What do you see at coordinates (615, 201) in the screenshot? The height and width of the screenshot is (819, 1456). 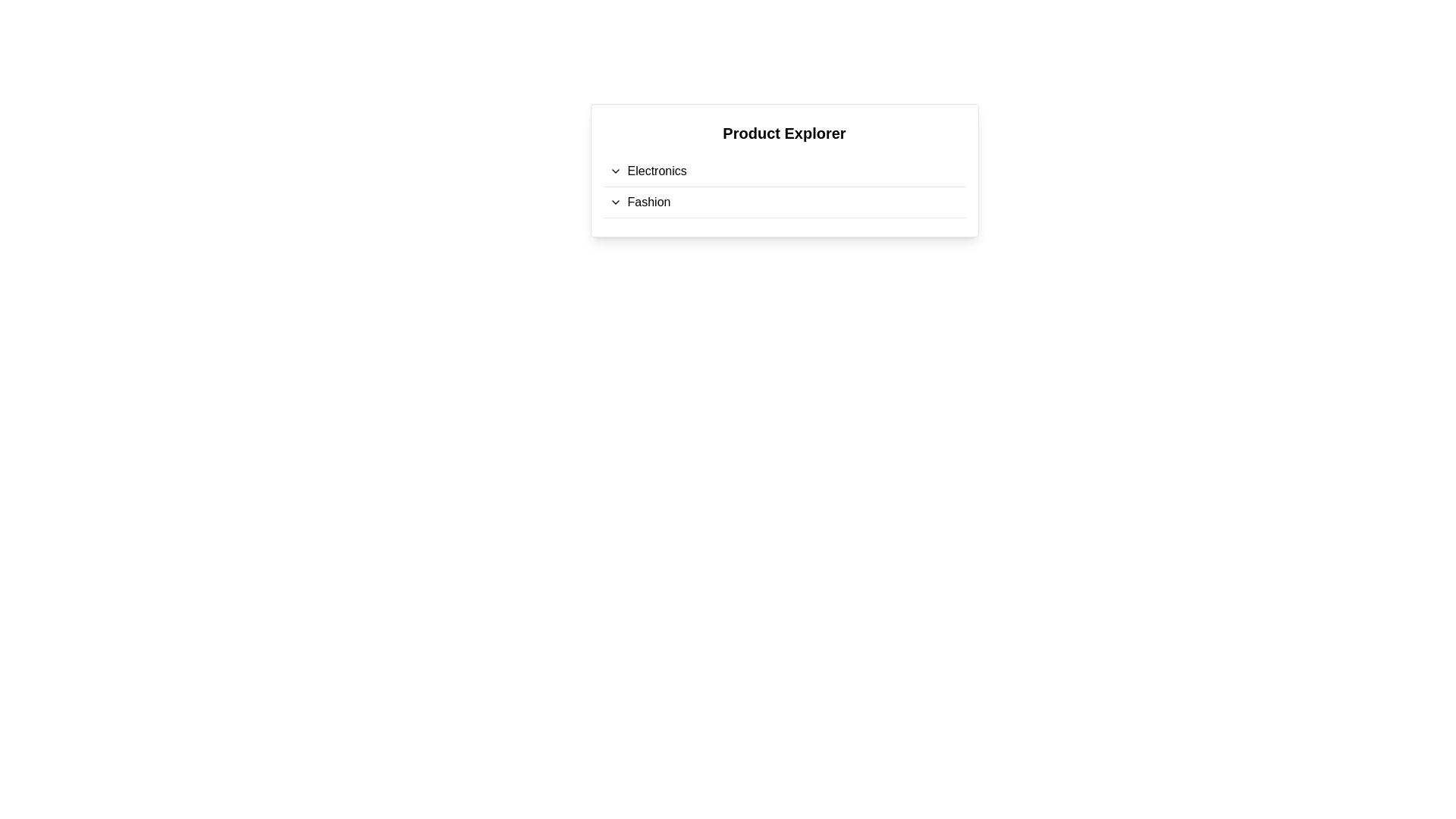 I see `the small, triangular, downward-pointing arrow icon located to the left of the 'Fashion' text in the 'Product Explorer' section` at bounding box center [615, 201].